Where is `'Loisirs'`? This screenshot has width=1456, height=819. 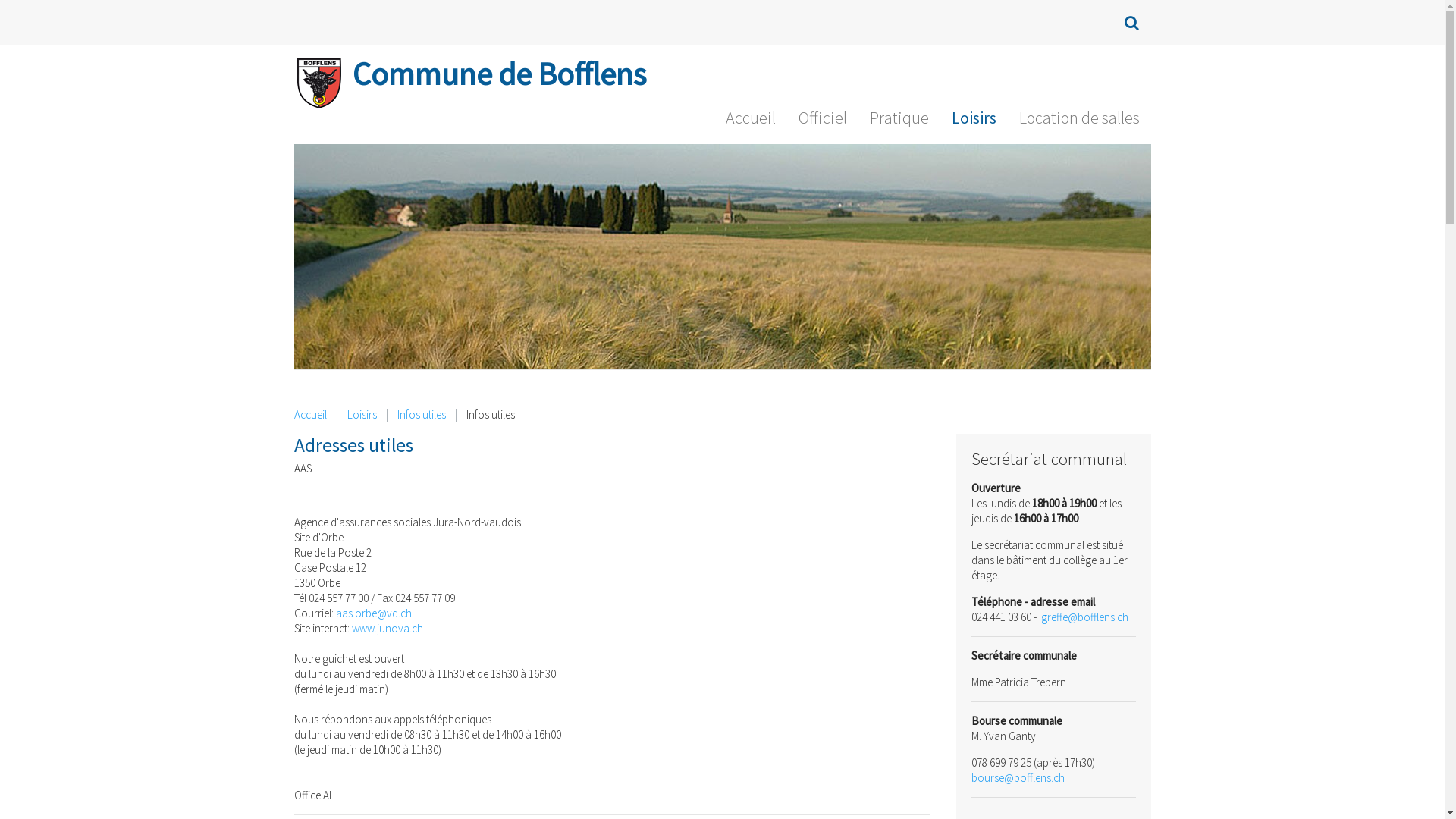 'Loisirs' is located at coordinates (939, 120).